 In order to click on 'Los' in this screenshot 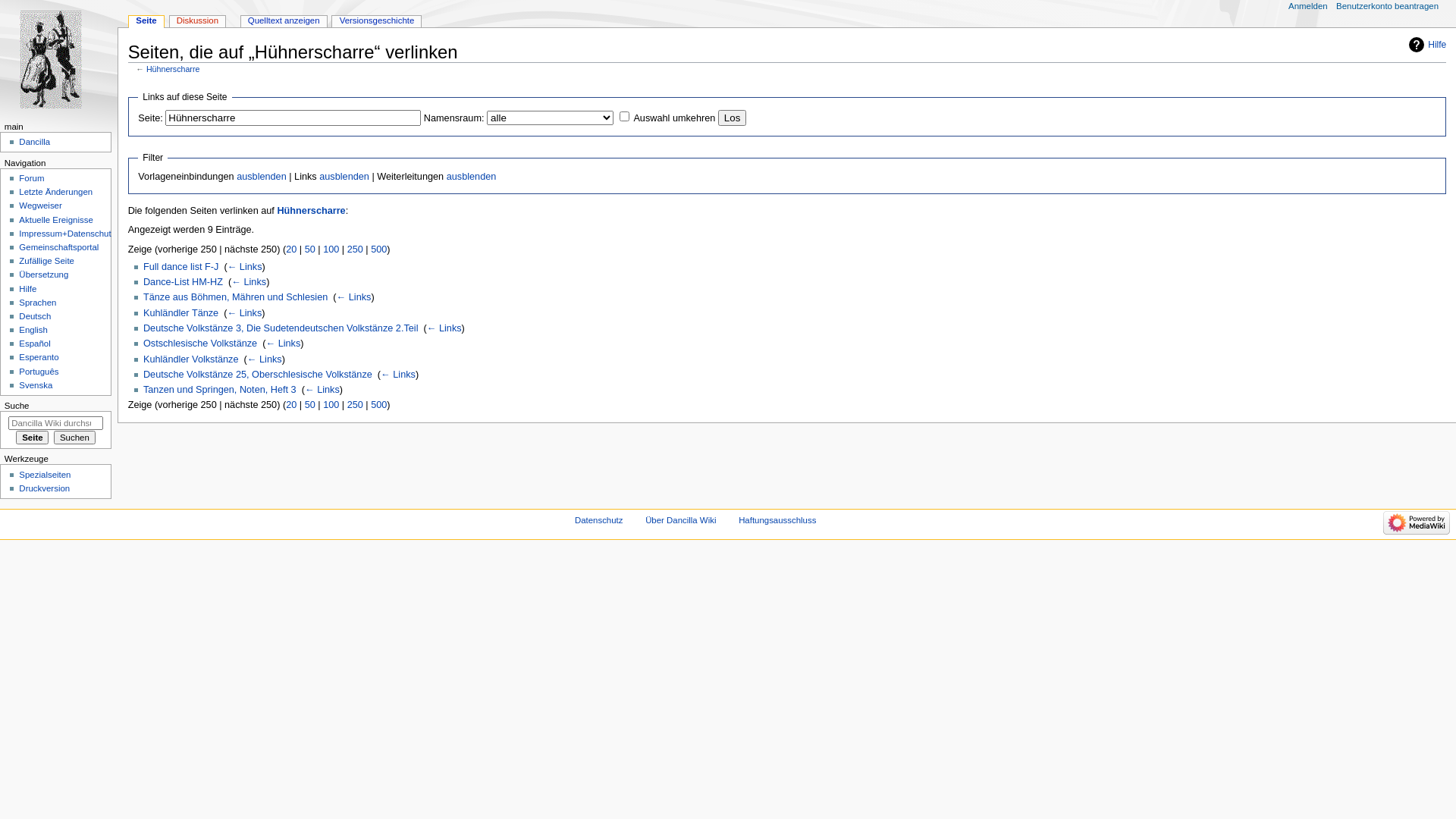, I will do `click(732, 117)`.